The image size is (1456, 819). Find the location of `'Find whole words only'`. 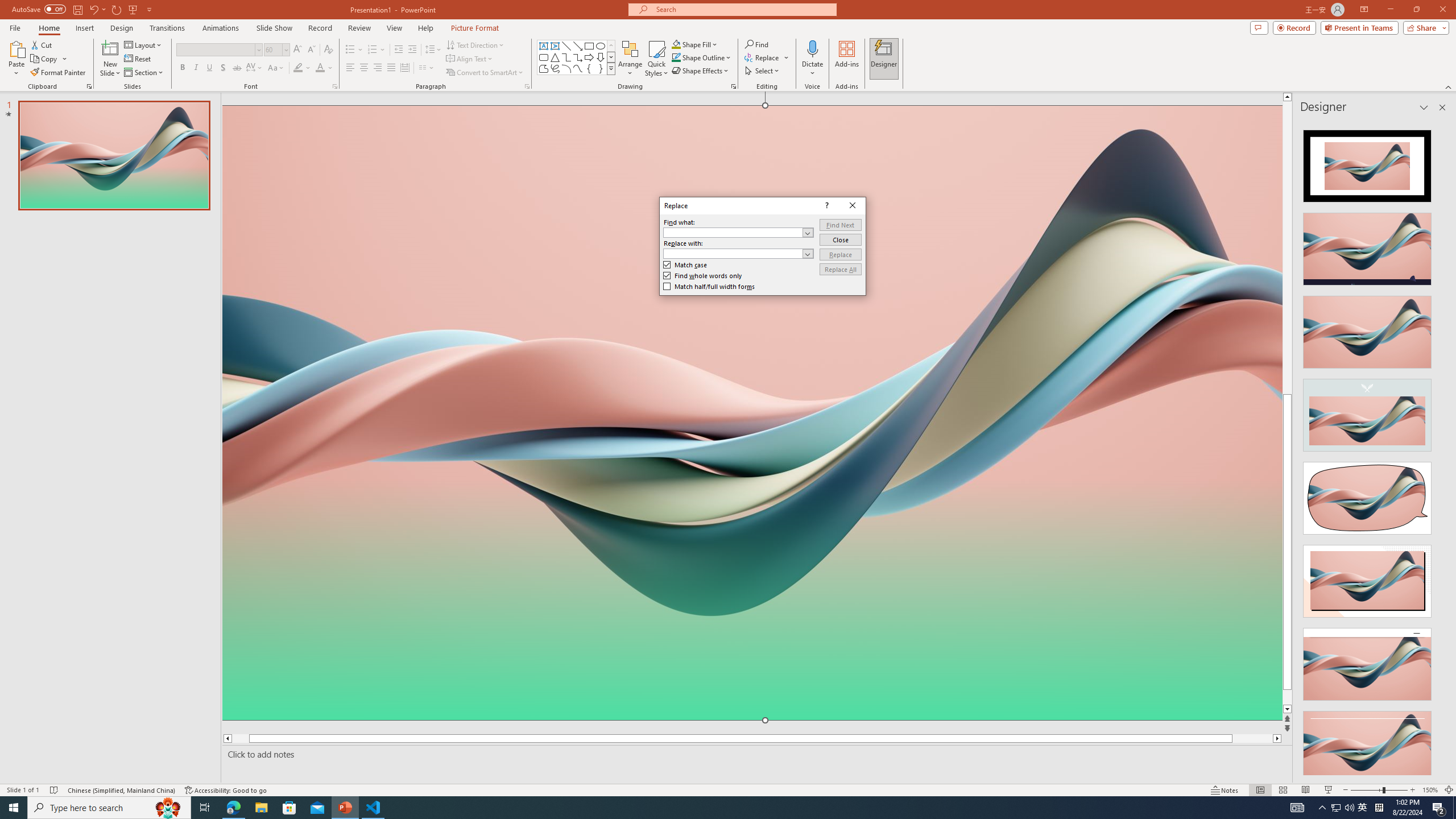

'Find whole words only' is located at coordinates (702, 275).